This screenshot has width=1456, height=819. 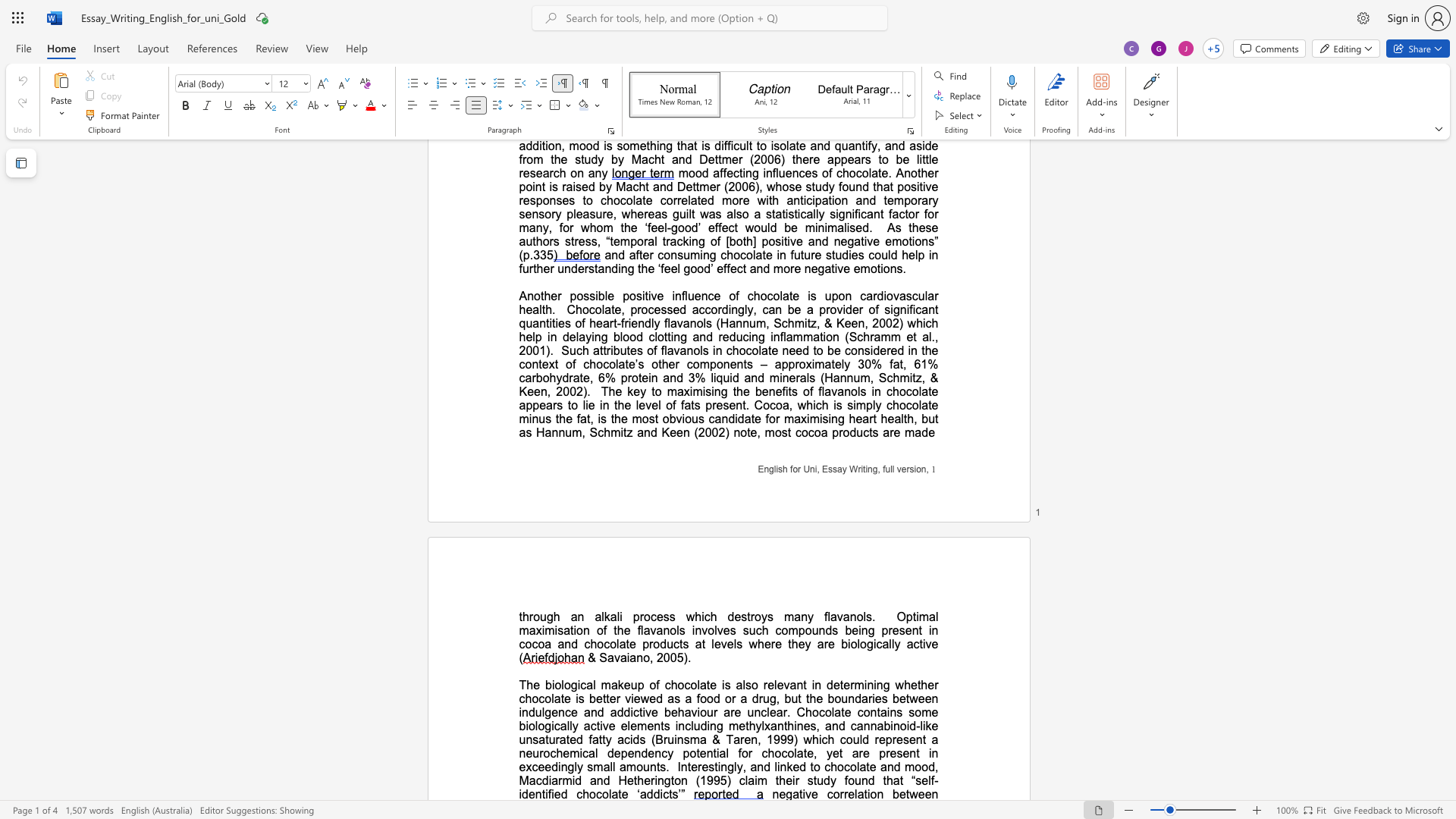 What do you see at coordinates (867, 617) in the screenshot?
I see `the space between the continuous character "l" and "s" in the text` at bounding box center [867, 617].